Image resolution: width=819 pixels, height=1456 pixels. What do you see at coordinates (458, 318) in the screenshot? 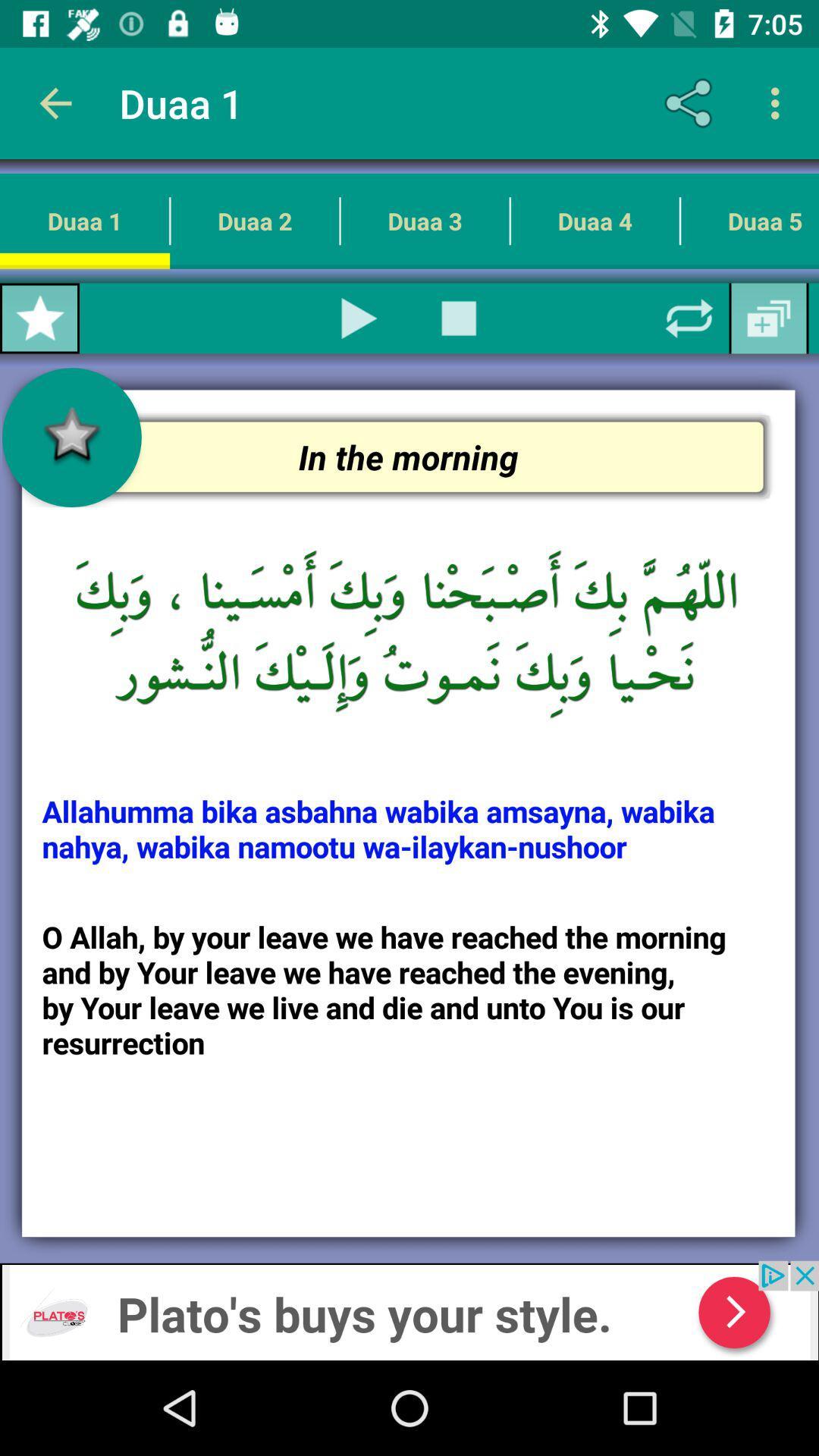
I see `stop playing the track` at bounding box center [458, 318].